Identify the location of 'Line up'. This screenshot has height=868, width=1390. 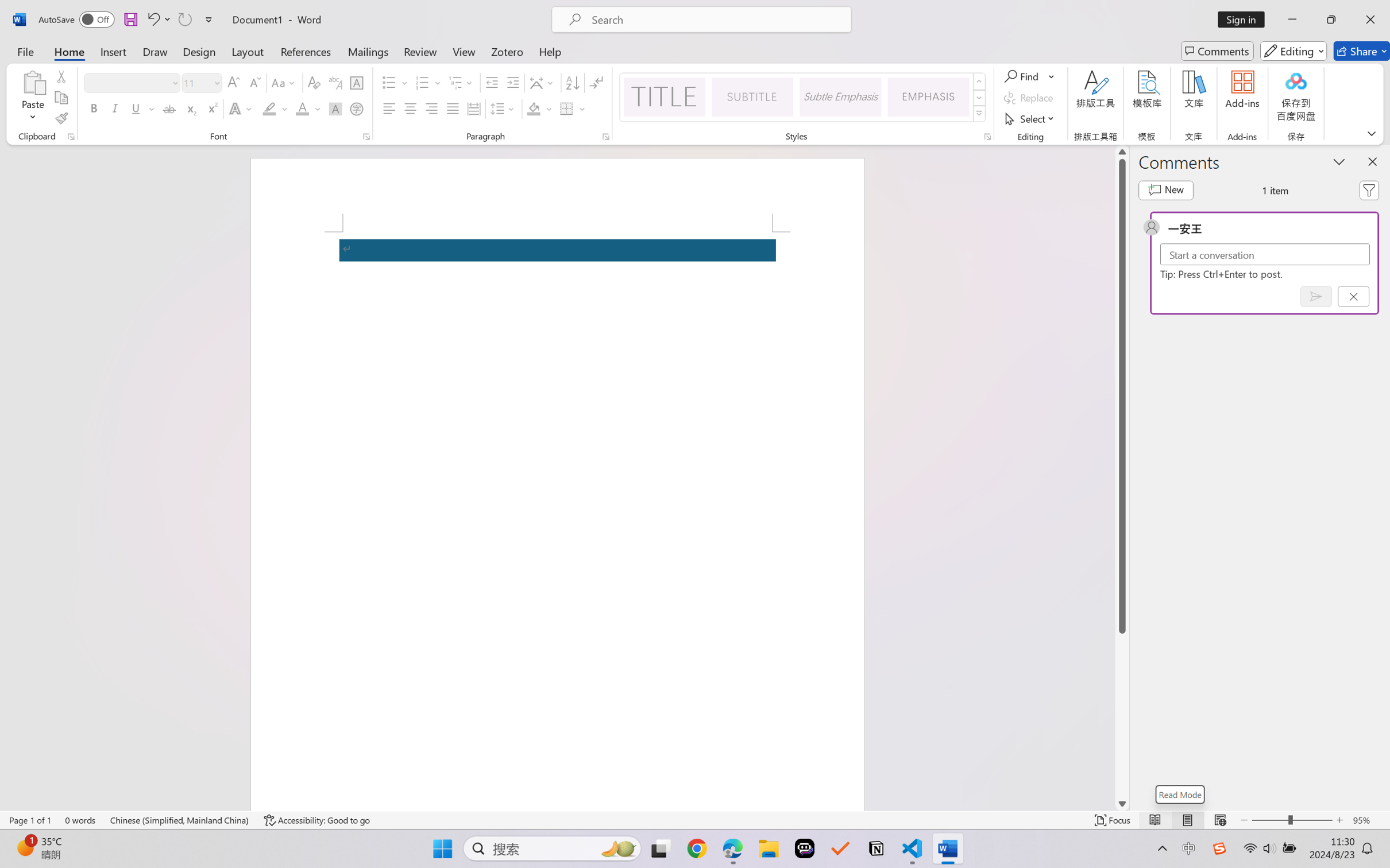
(1121, 152).